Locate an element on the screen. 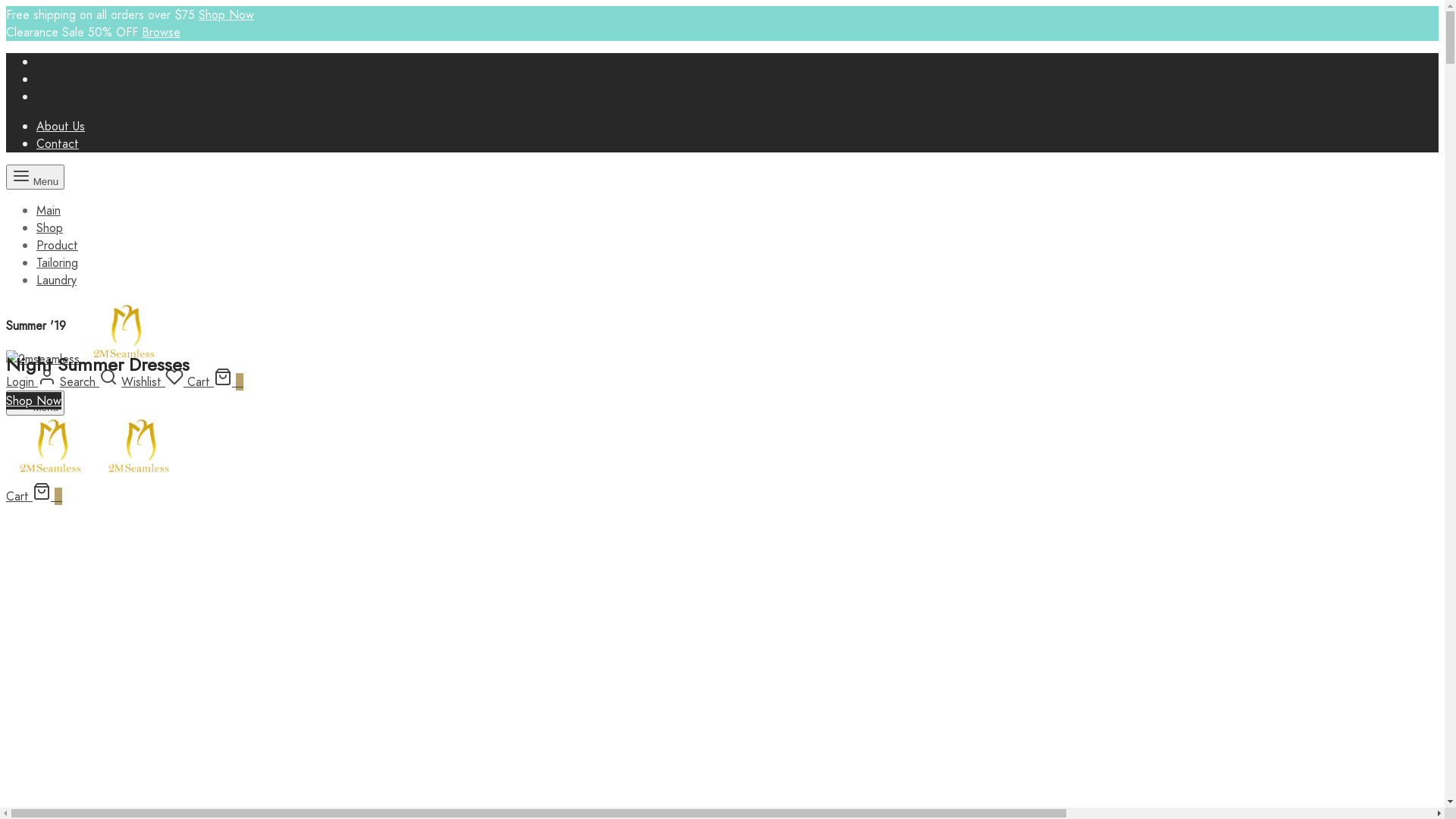  'Menu' is located at coordinates (35, 176).